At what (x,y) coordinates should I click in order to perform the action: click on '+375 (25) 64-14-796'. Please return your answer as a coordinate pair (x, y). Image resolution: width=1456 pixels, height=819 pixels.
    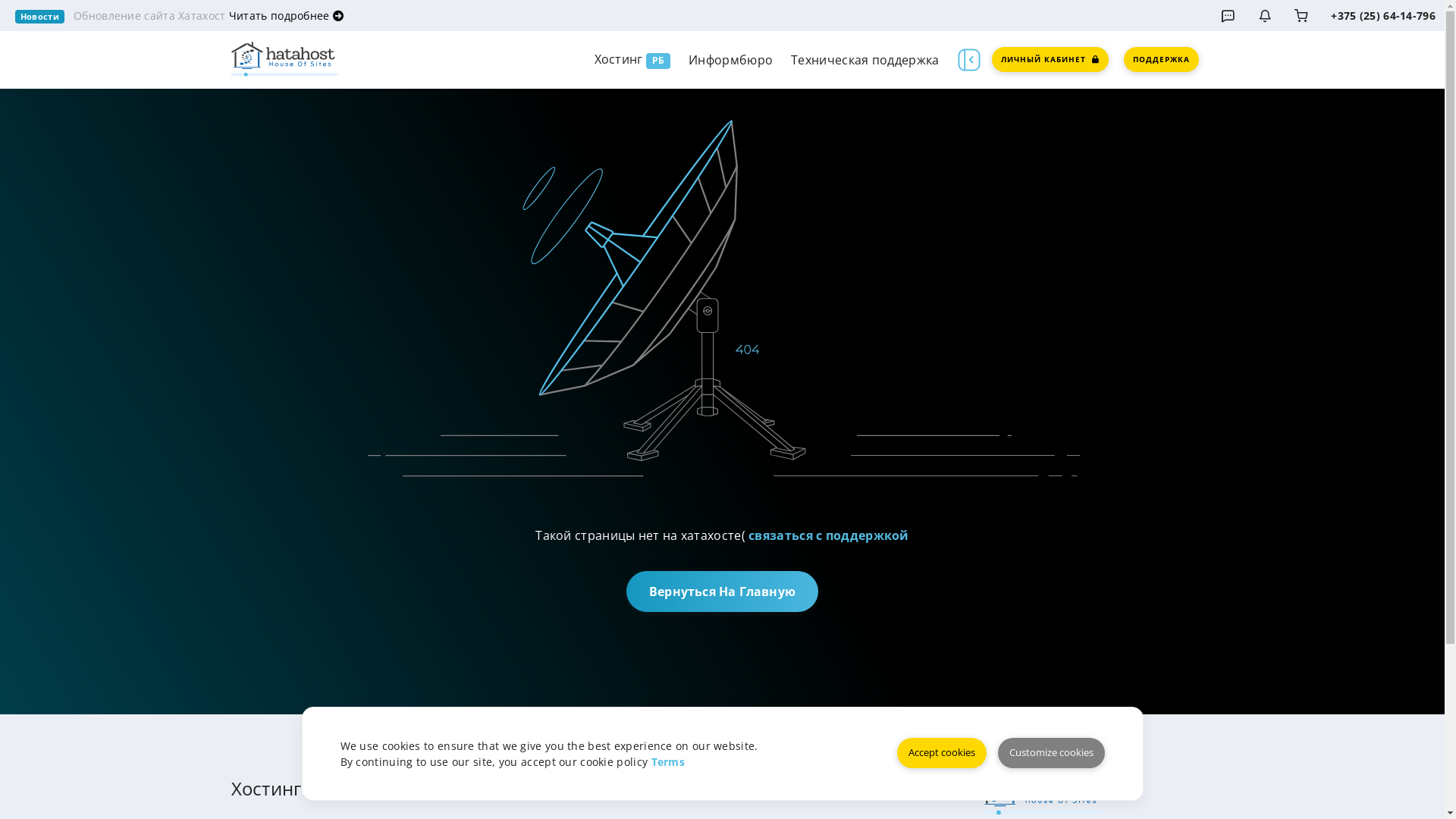
    Looking at the image, I should click on (1383, 15).